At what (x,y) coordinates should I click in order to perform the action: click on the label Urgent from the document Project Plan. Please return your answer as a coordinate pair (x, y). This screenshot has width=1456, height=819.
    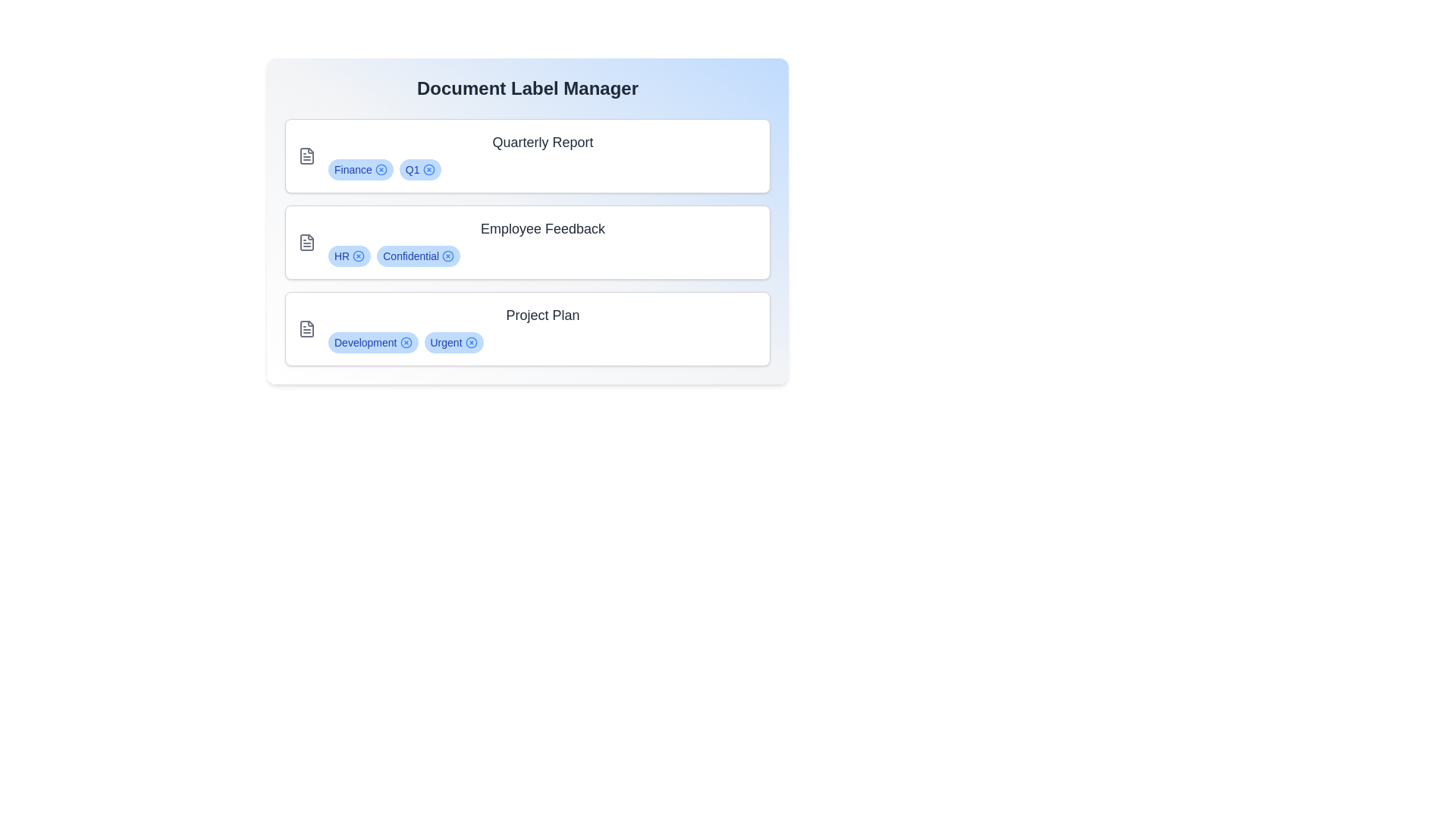
    Looking at the image, I should click on (470, 342).